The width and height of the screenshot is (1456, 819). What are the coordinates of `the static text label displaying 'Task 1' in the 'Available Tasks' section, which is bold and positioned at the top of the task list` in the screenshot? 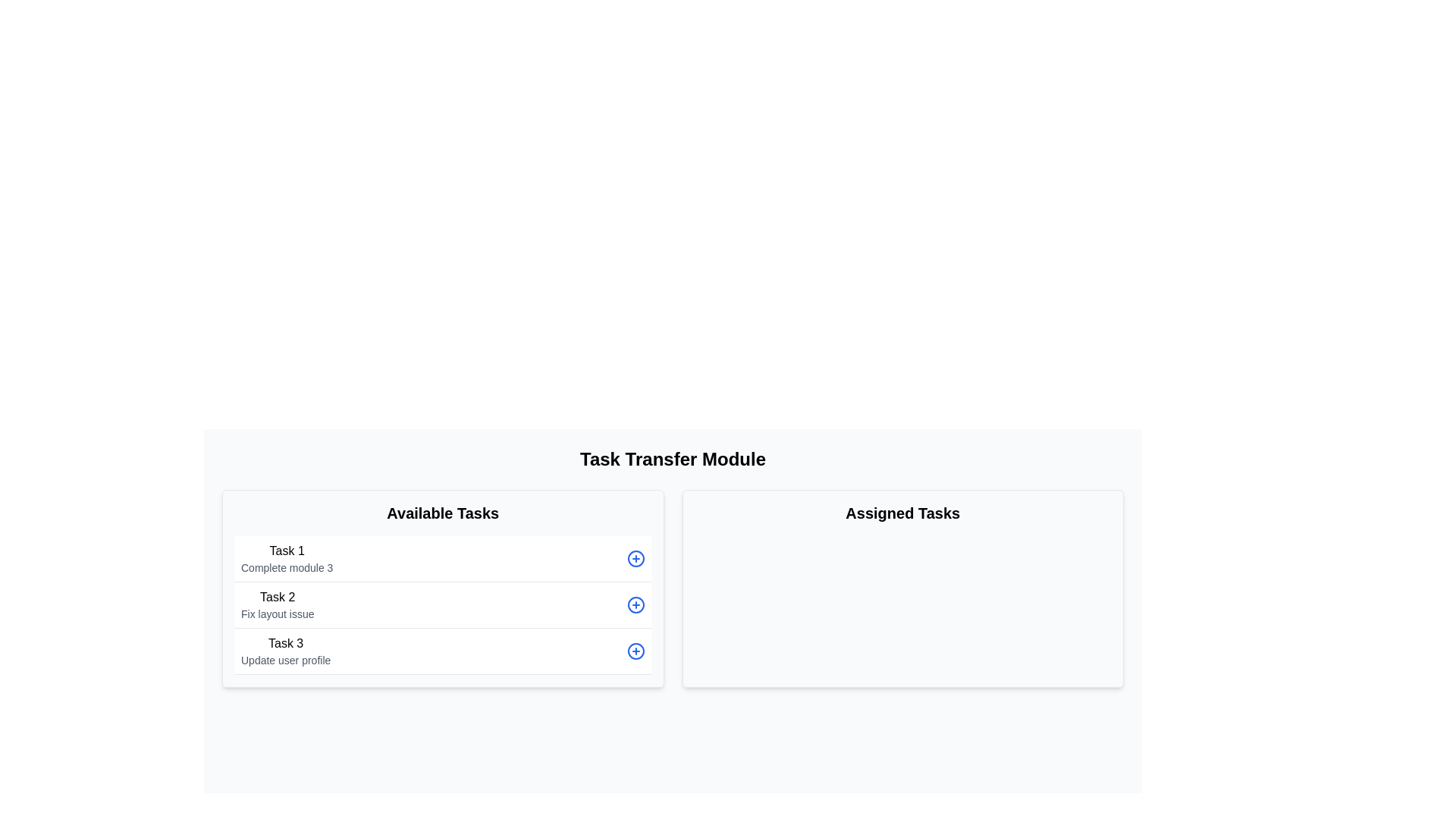 It's located at (287, 551).